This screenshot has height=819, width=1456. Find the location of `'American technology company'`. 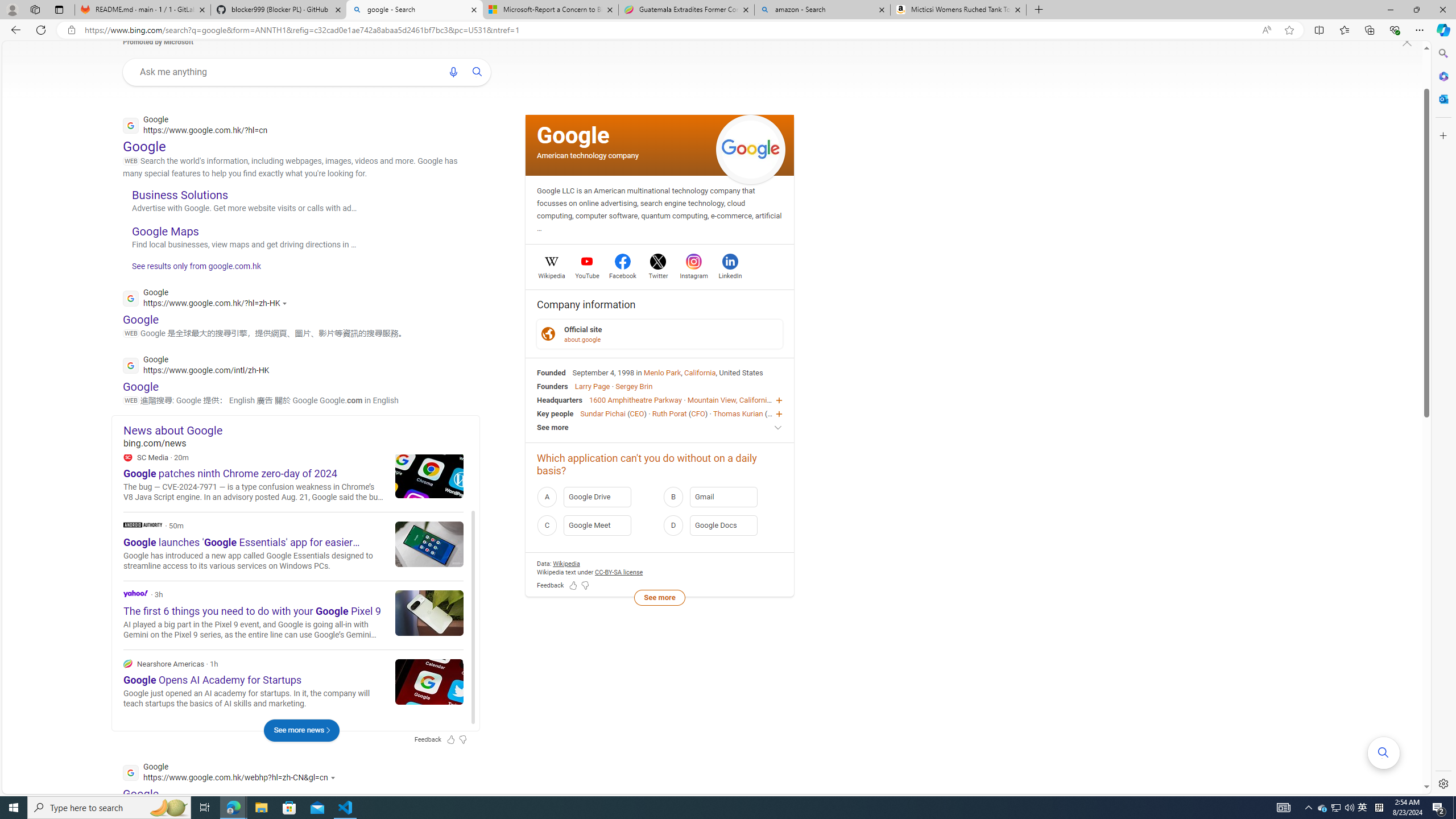

'American technology company' is located at coordinates (588, 154).